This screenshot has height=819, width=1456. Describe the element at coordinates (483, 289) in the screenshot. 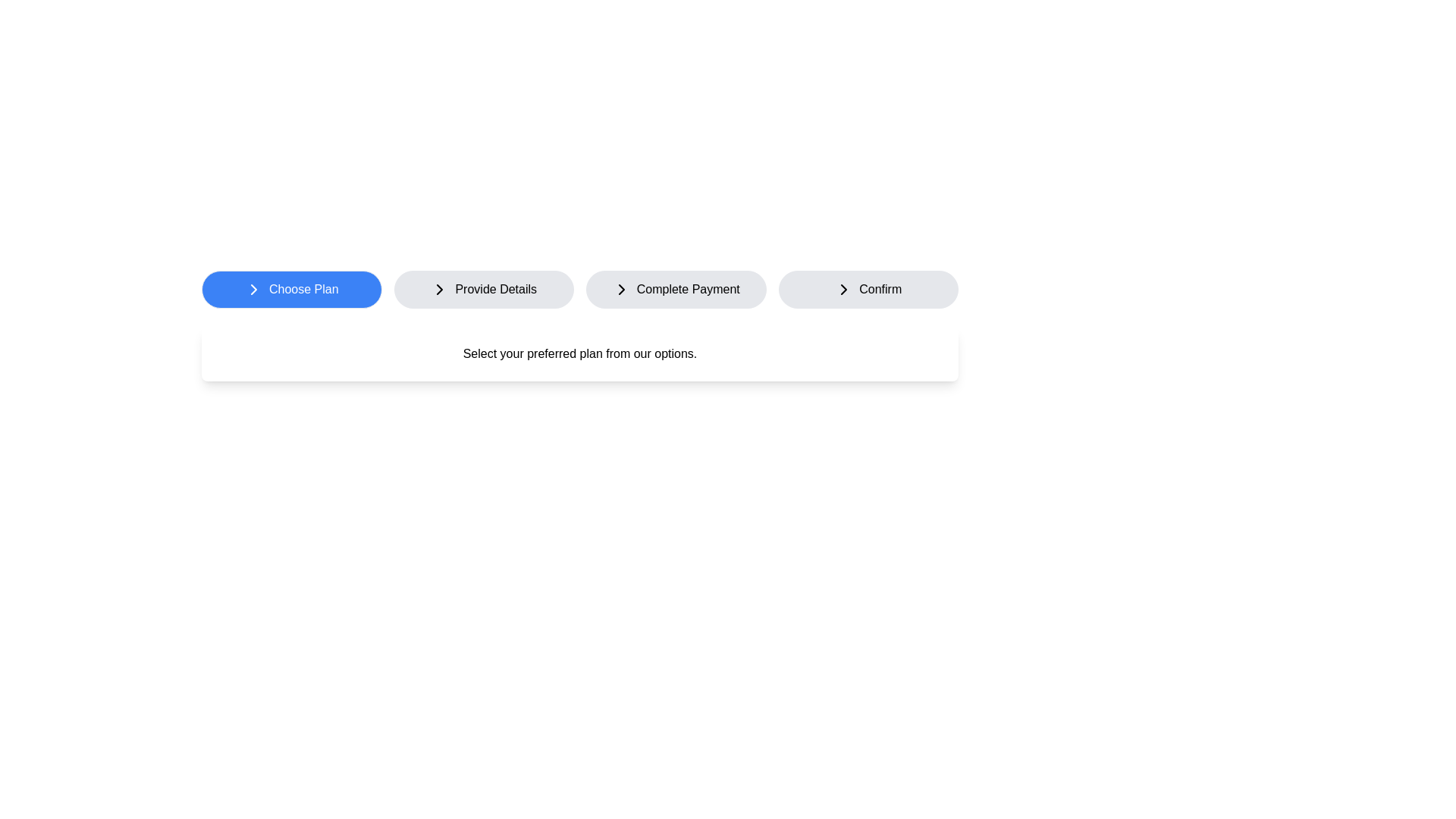

I see `the step button corresponding to Provide Details` at that location.